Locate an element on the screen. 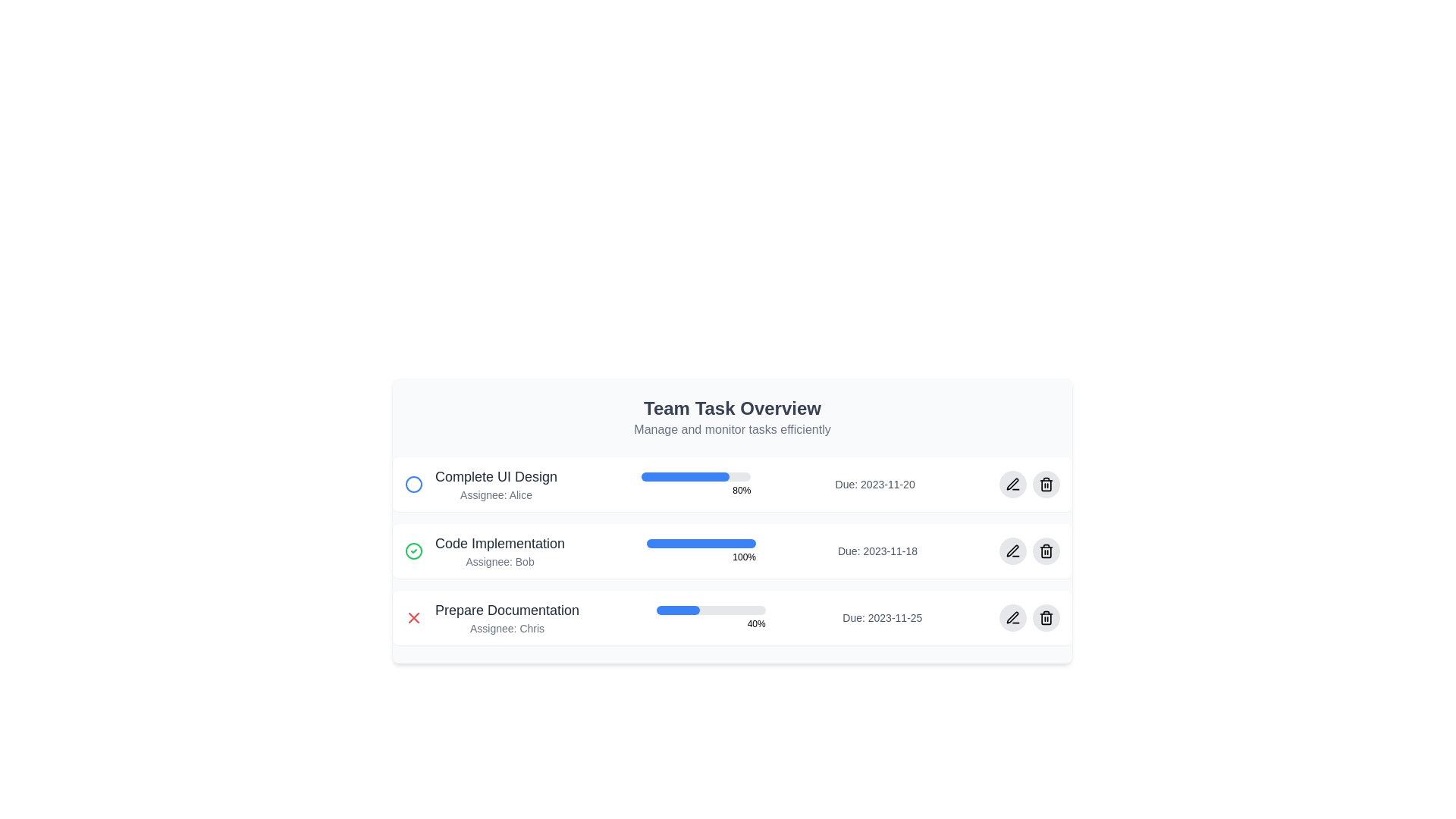 The image size is (1456, 819). the text label displaying 'Prepare Documentation', which is styled in a medium gray font and serves as a title in the task entry for the task assigned to 'Chris' is located at coordinates (507, 610).